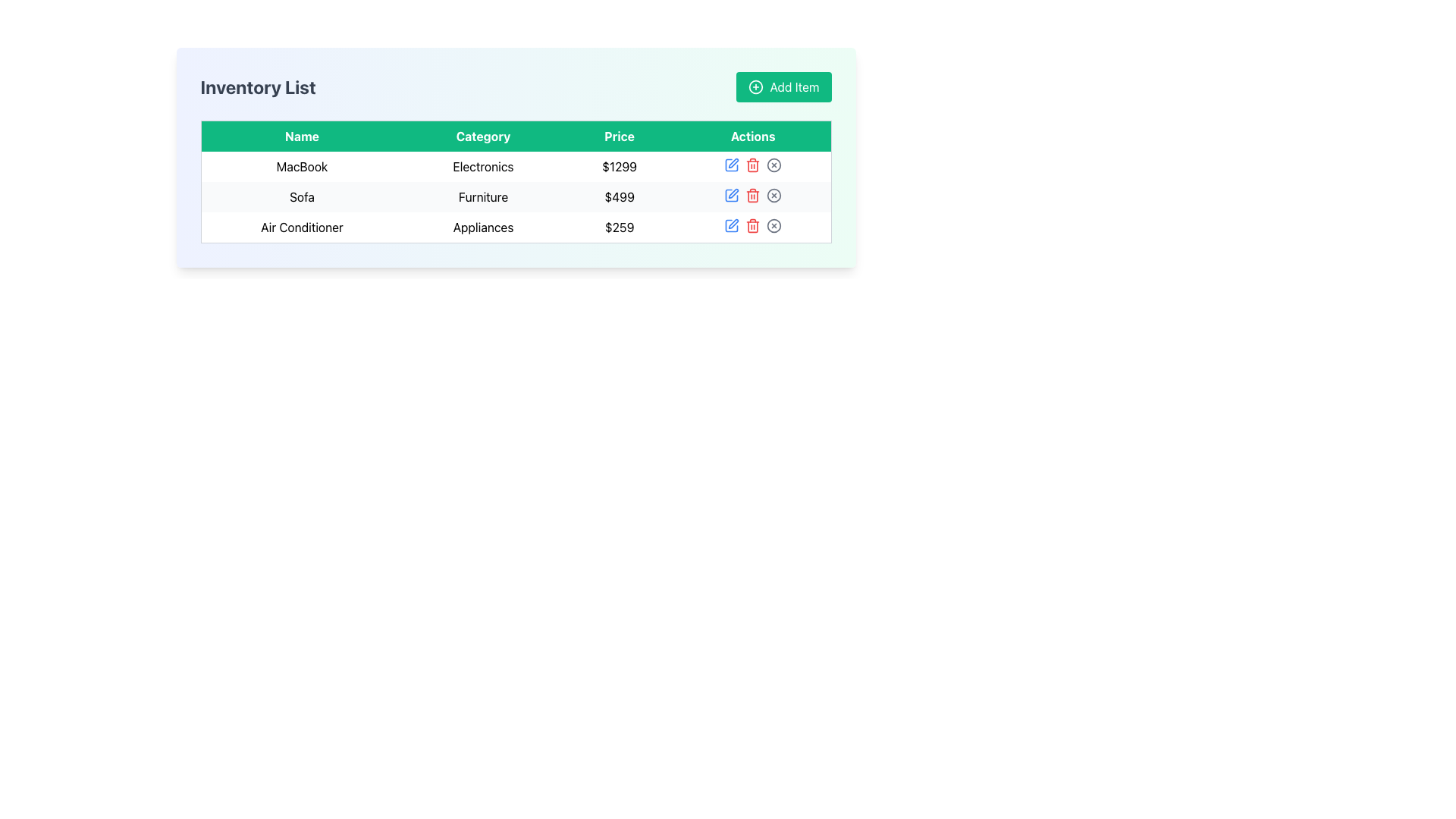 The height and width of the screenshot is (819, 1456). Describe the element at coordinates (774, 195) in the screenshot. I see `the last action button in the 'Actions' column for the item 'Sofa'` at that location.